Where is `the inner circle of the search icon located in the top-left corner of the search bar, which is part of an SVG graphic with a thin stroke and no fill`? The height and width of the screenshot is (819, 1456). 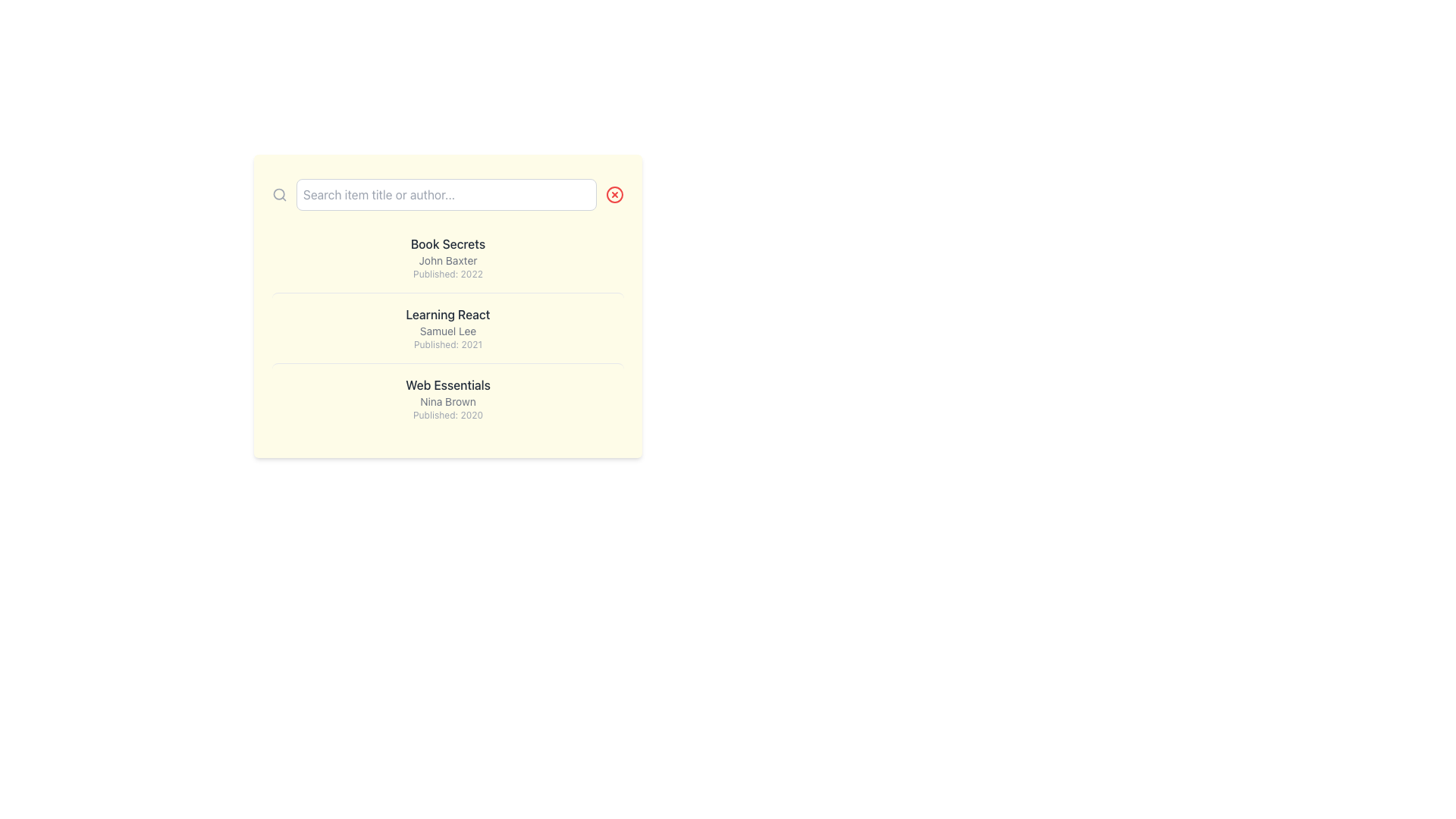
the inner circle of the search icon located in the top-left corner of the search bar, which is part of an SVG graphic with a thin stroke and no fill is located at coordinates (279, 193).